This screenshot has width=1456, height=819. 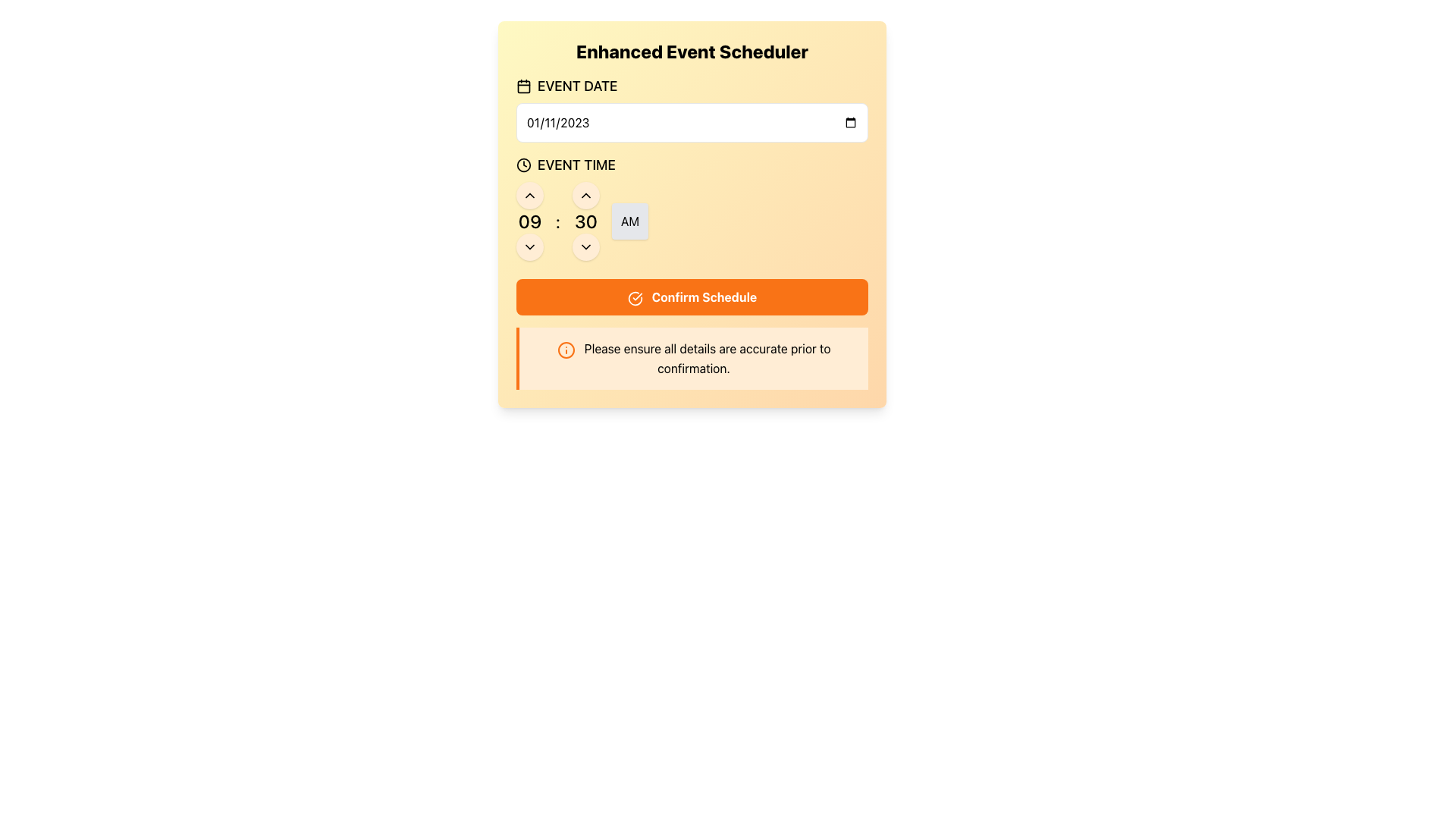 What do you see at coordinates (585, 246) in the screenshot?
I see `the chevron icon button for dropdown toggle in the 'Event Time' section of the 'Enhanced Event Scheduler' interface` at bounding box center [585, 246].